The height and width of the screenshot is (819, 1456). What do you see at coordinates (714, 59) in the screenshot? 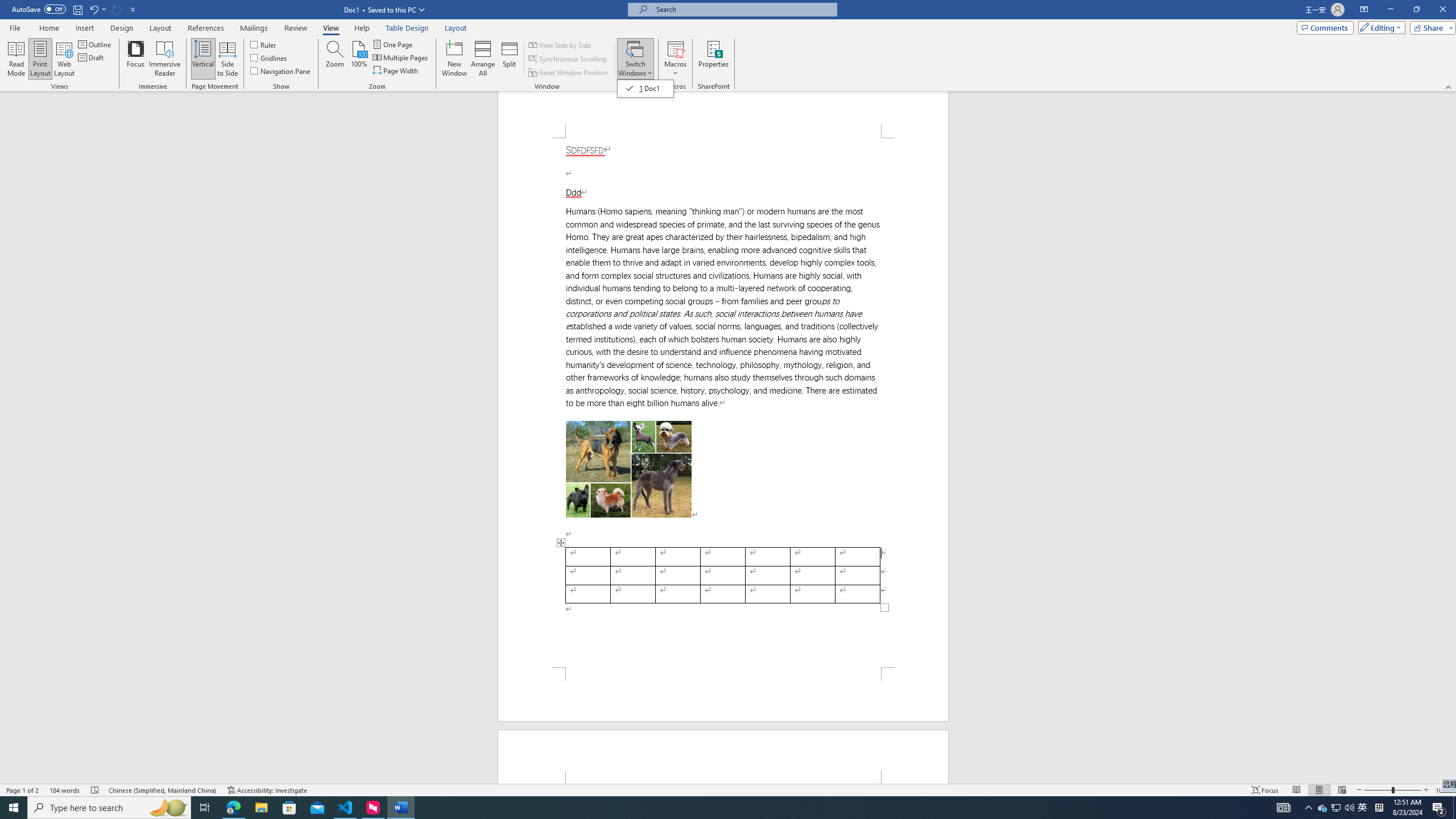
I see `'Properties'` at bounding box center [714, 59].